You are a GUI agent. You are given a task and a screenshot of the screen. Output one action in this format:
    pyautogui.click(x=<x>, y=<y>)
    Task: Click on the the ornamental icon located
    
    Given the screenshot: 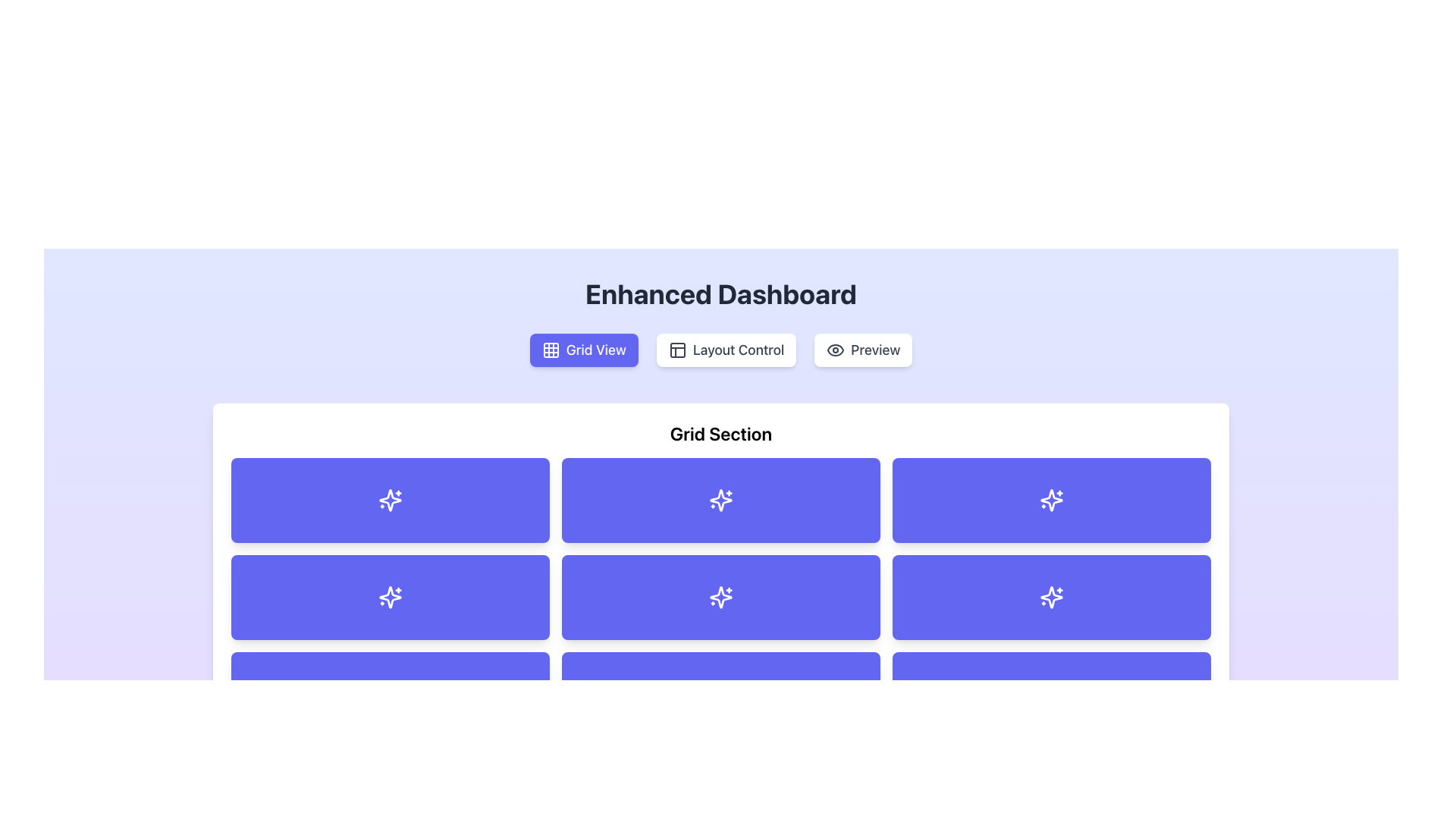 What is the action you would take?
    pyautogui.click(x=1050, y=596)
    